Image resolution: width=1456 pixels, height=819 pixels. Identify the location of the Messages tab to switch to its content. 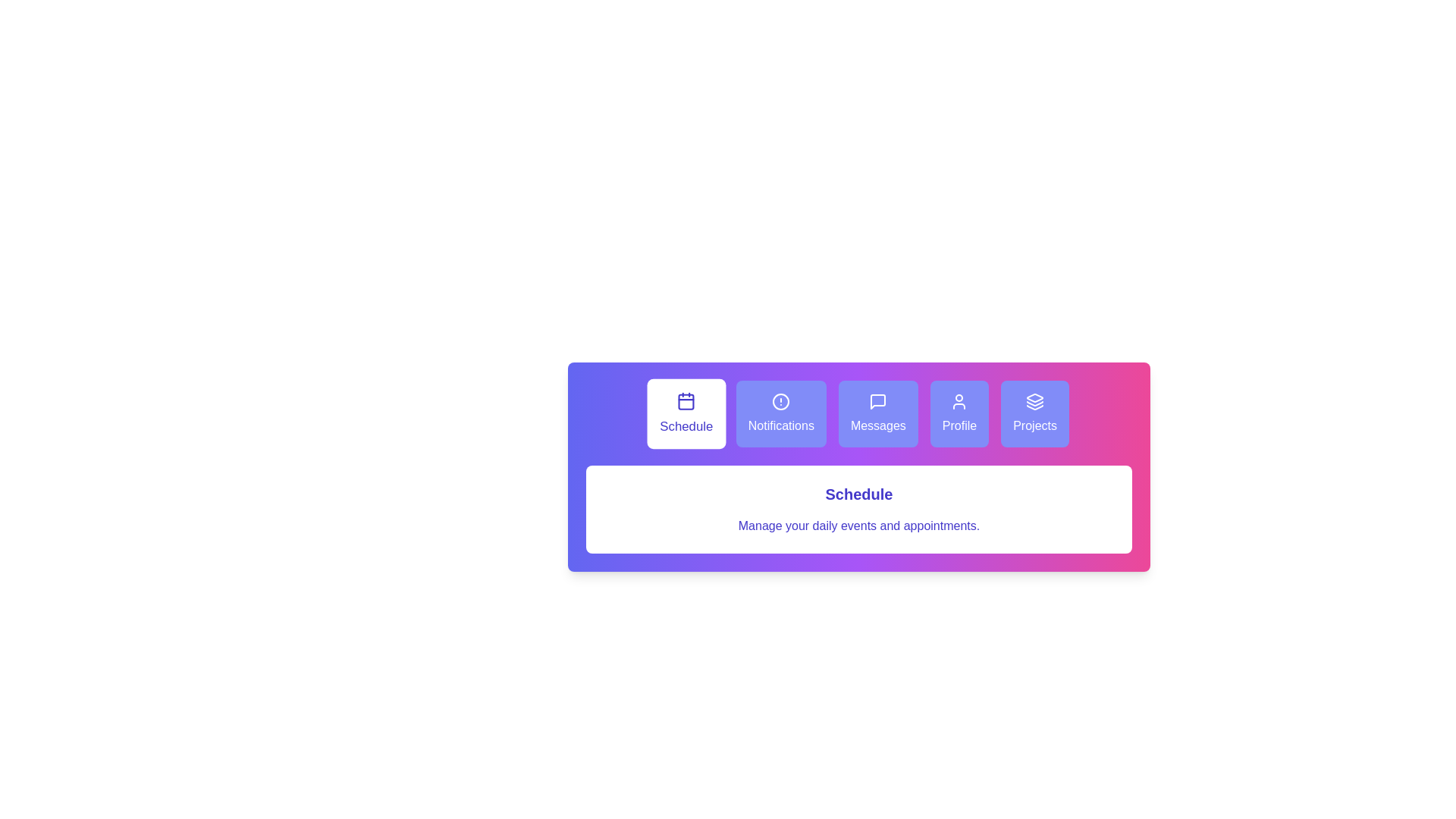
(878, 414).